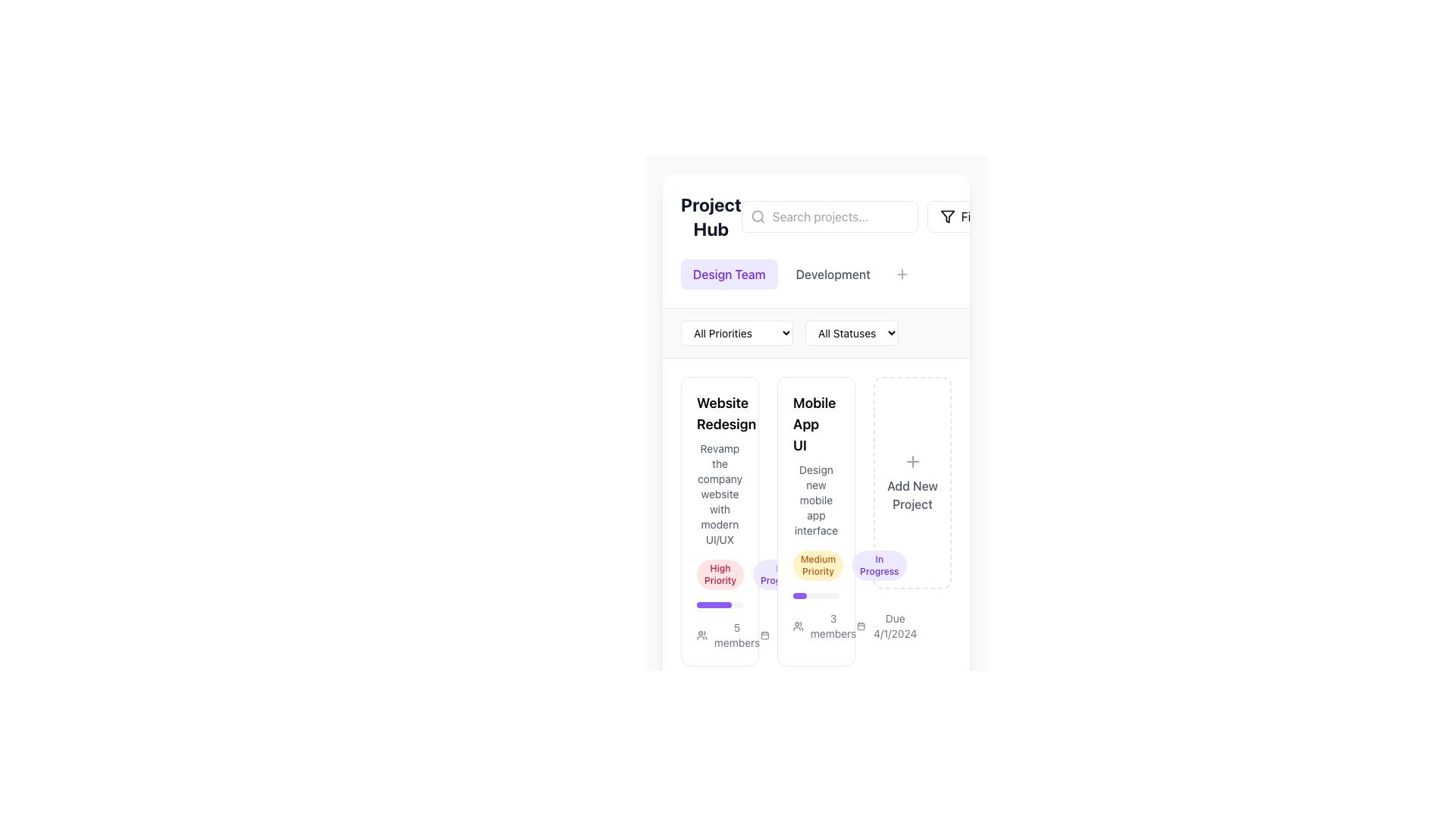 This screenshot has height=819, width=1456. I want to click on the Project Information Card, which is the first card in the grid layout displaying project details such as title, description, and deadline, so click(719, 520).